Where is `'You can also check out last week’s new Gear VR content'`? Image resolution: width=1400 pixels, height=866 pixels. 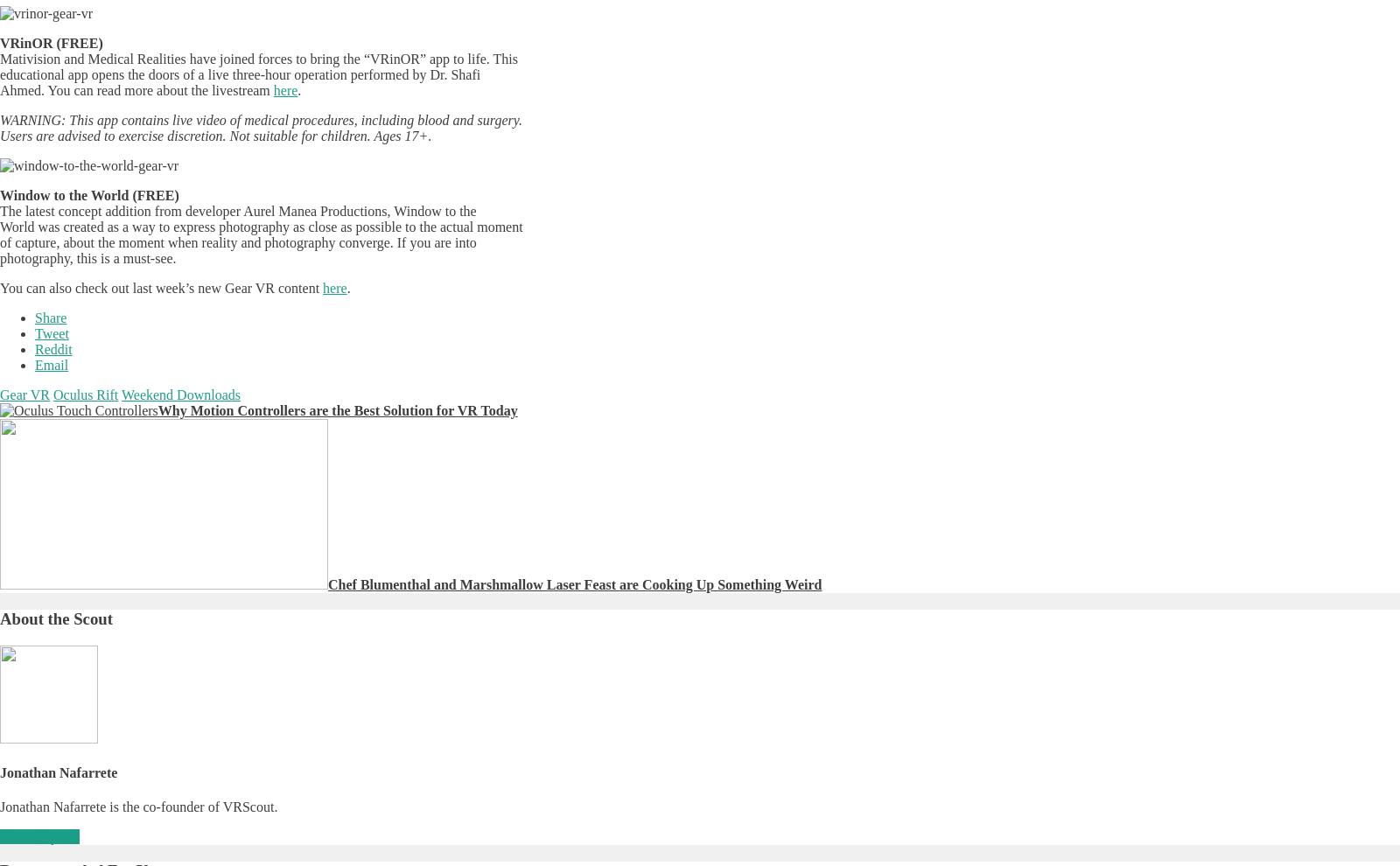 'You can also check out last week’s new Gear VR content' is located at coordinates (160, 287).